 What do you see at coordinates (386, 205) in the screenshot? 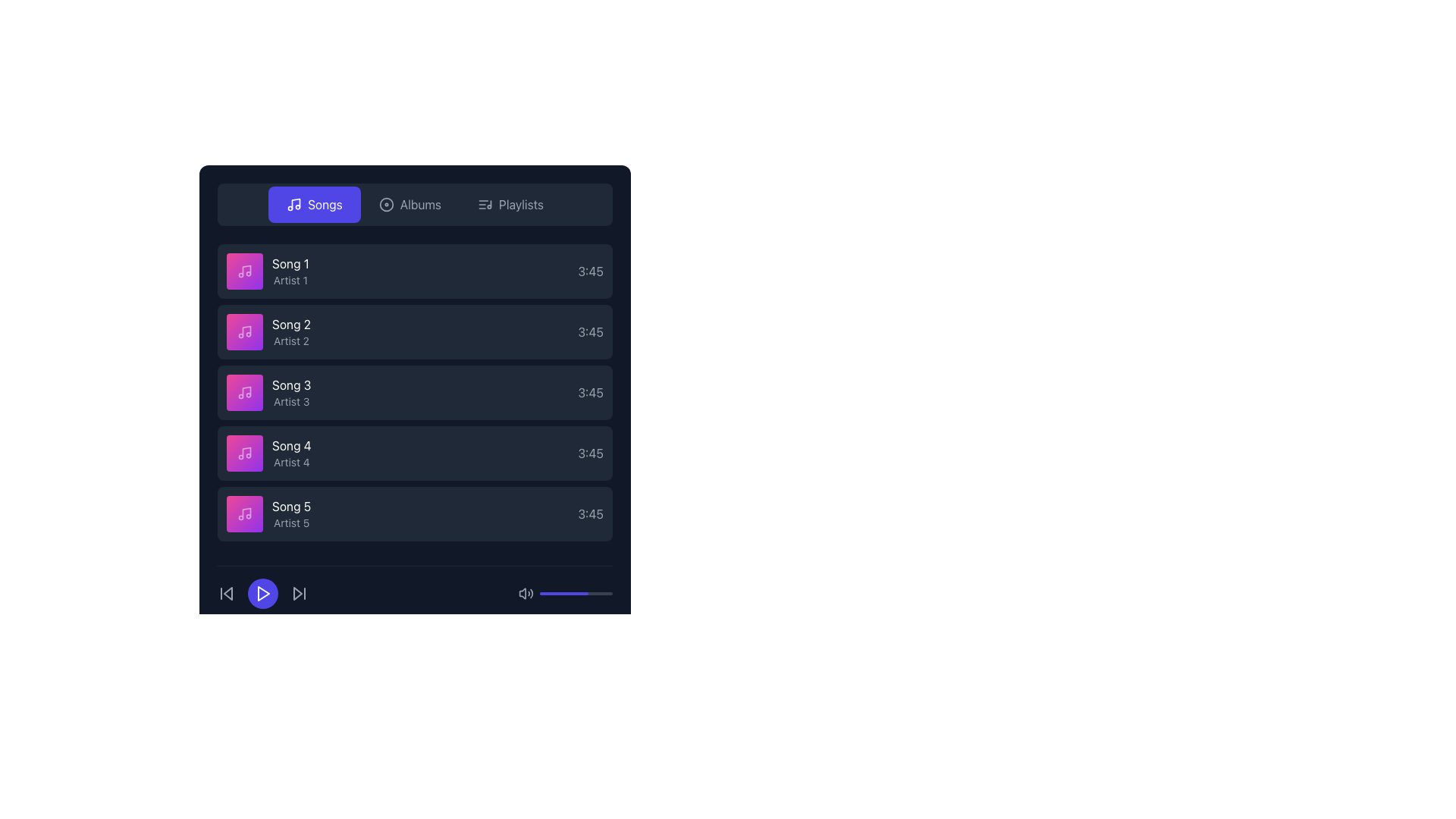
I see `the design of the circular icon resembling a disc, which is part of the navigation menu on the second selectable tab labeled 'Albums'` at bounding box center [386, 205].